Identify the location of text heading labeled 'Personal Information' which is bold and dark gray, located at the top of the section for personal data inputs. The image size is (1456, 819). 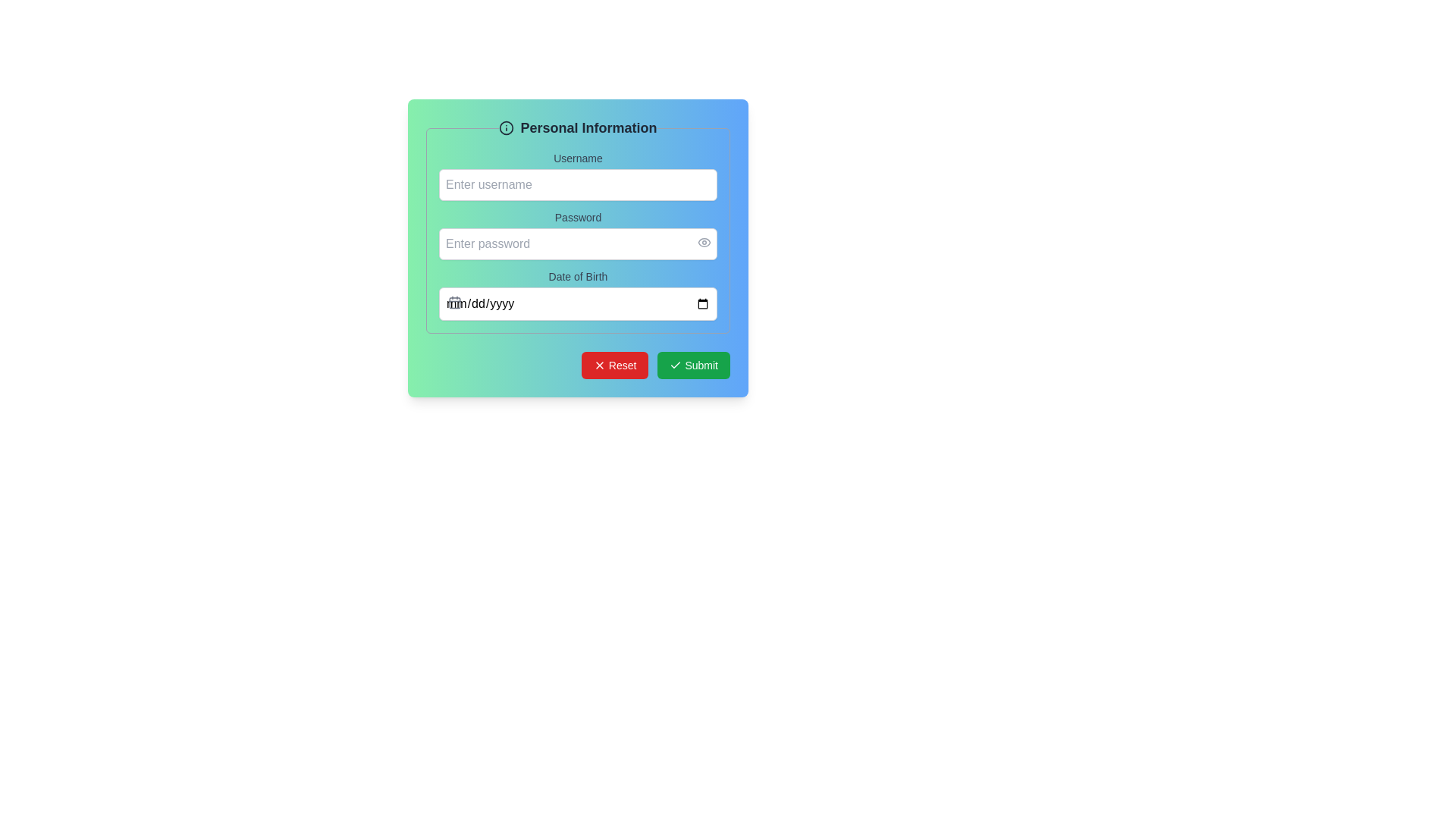
(577, 127).